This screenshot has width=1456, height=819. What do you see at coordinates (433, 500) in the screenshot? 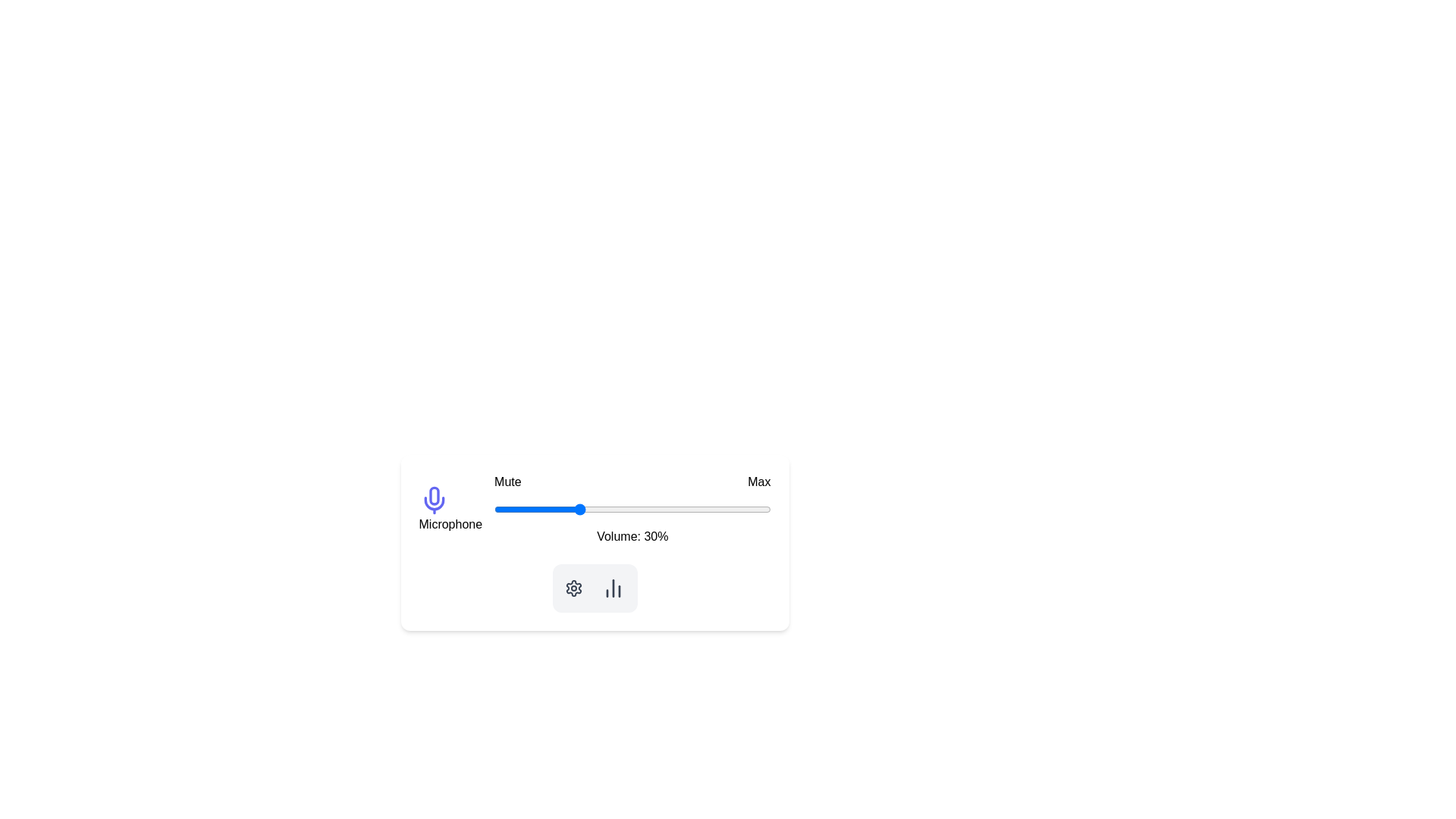
I see `the microphone icon to access microphone-related actions` at bounding box center [433, 500].